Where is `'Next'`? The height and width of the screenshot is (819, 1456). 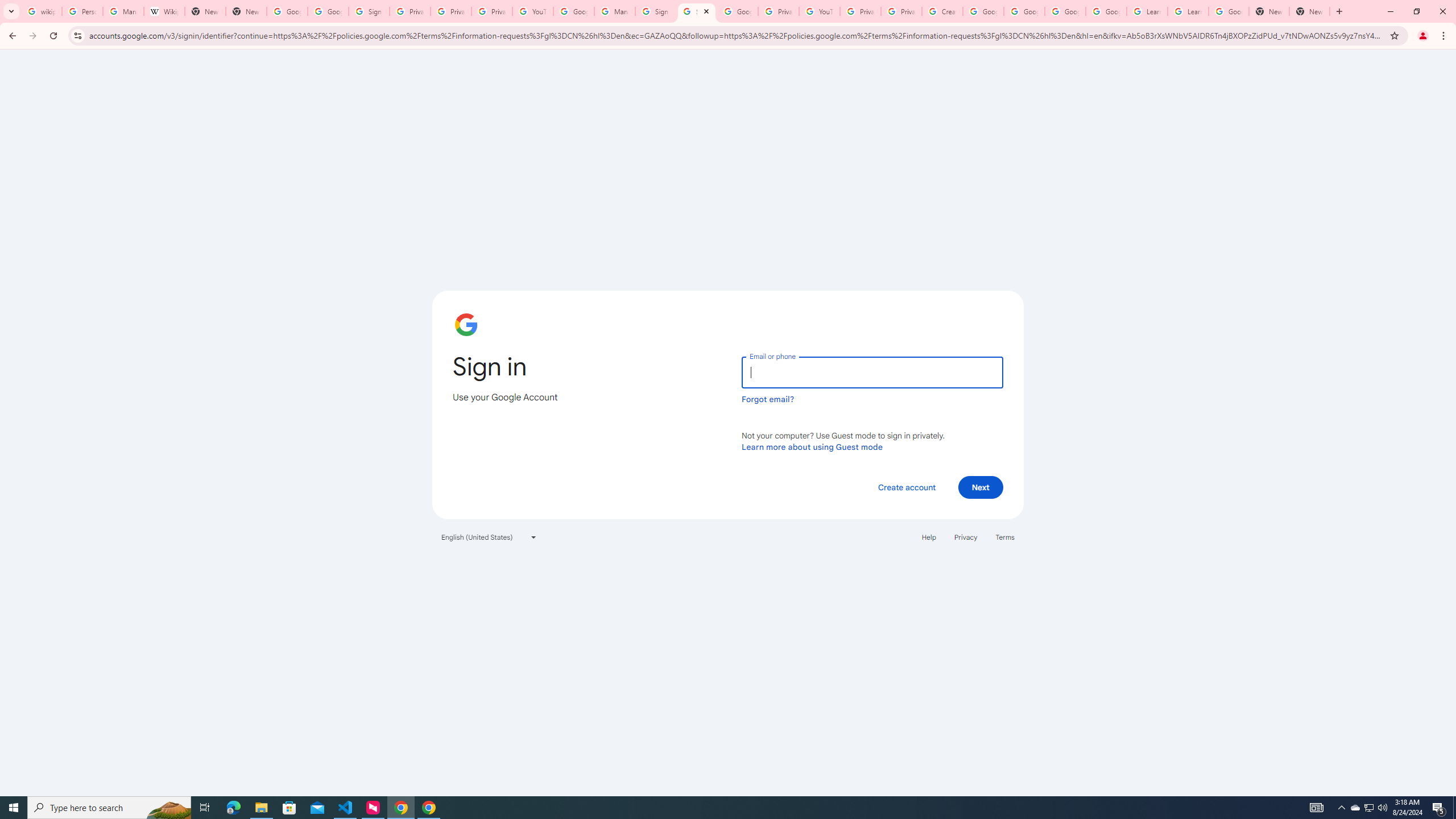 'Next' is located at coordinates (981, 486).